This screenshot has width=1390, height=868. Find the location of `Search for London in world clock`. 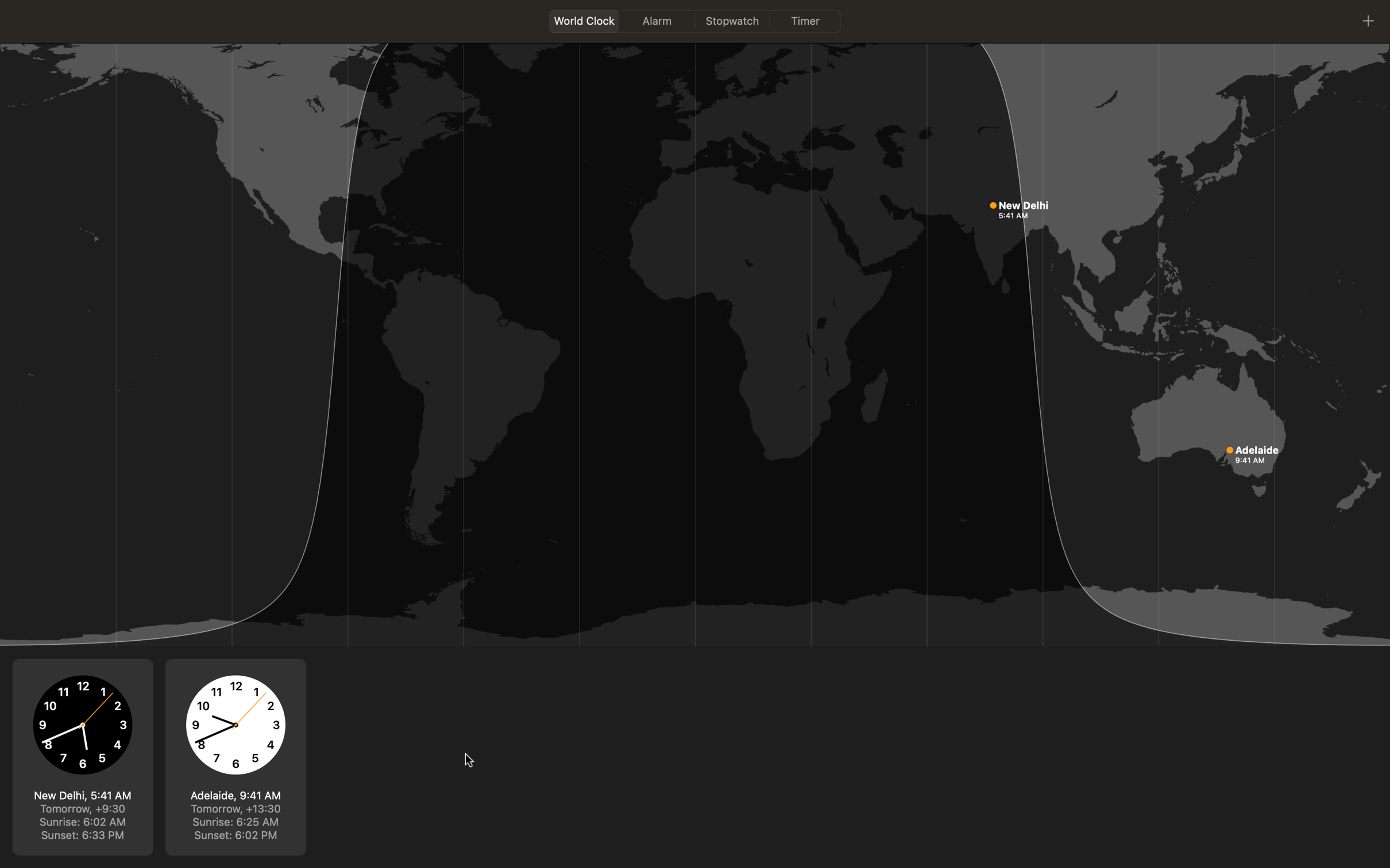

Search for London in world clock is located at coordinates (1368, 19).